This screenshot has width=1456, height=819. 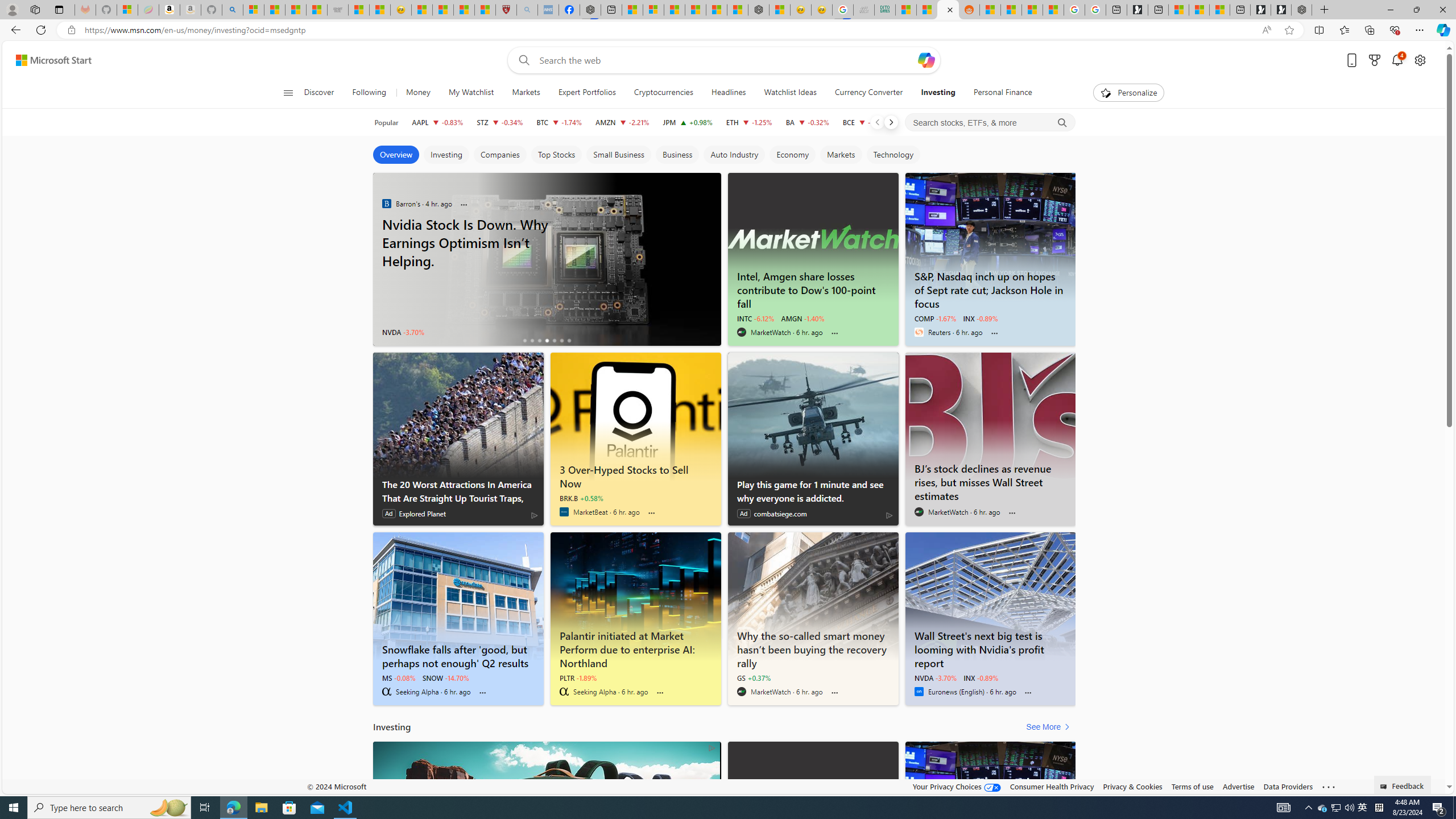 What do you see at coordinates (58, 9) in the screenshot?
I see `'Tab actions menu'` at bounding box center [58, 9].